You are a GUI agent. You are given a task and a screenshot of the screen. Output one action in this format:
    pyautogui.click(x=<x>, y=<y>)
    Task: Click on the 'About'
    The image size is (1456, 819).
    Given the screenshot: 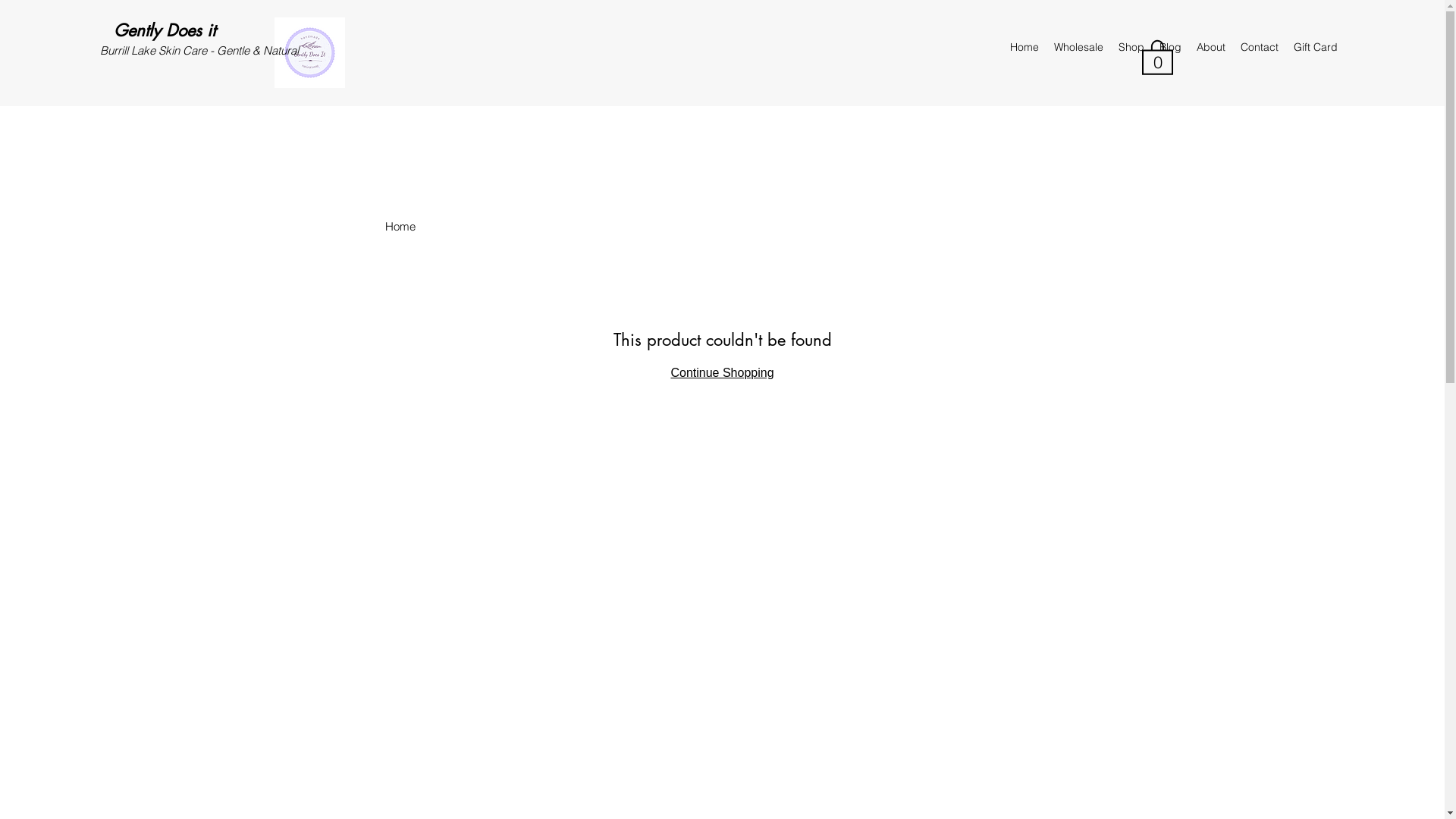 What is the action you would take?
    pyautogui.click(x=1210, y=45)
    